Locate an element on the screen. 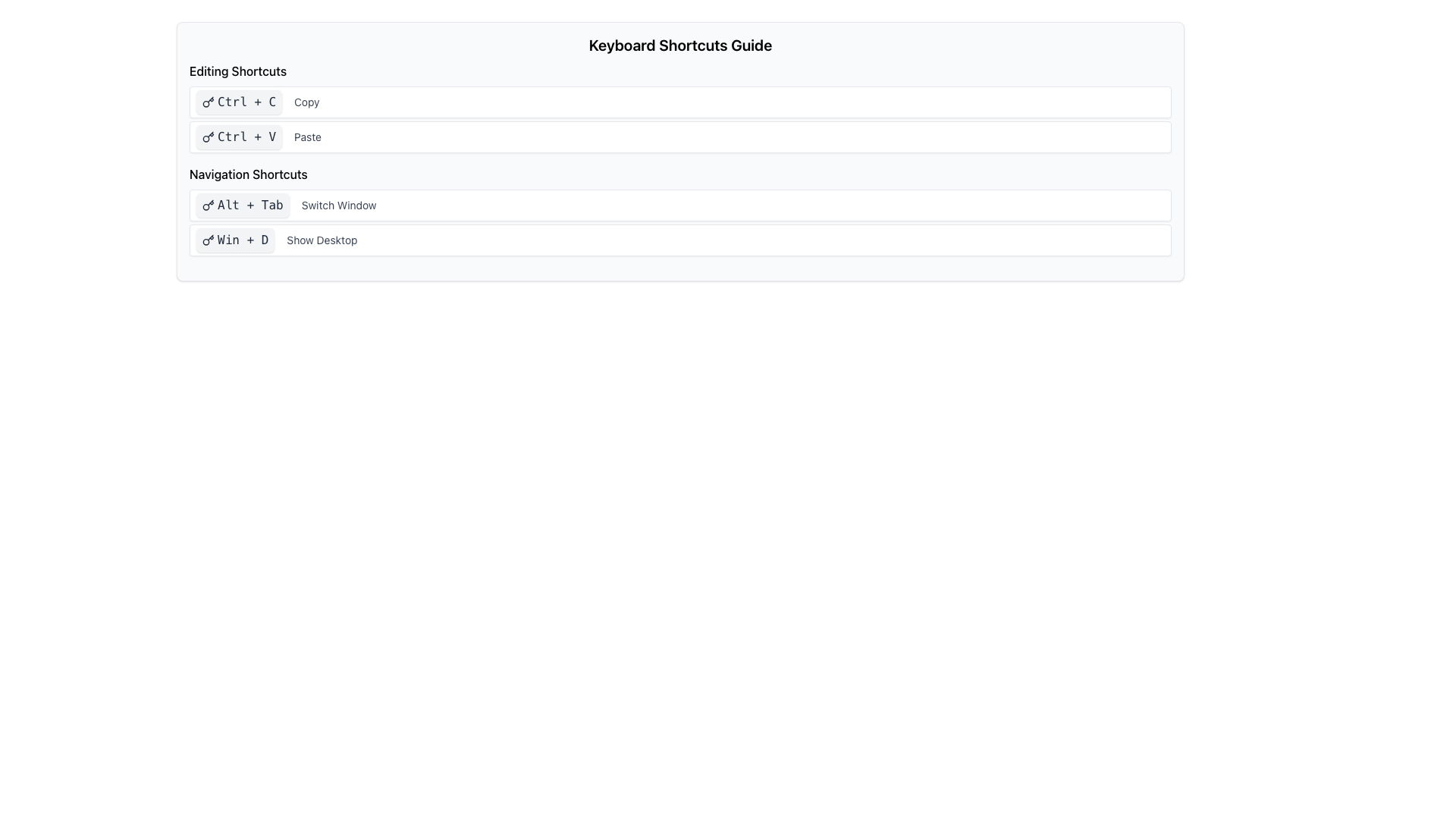 The image size is (1456, 819). the text label displaying 'Switch Window', which is located immediately to the right of the 'Alt + Tab' label in the 'Navigation Shortcuts' section is located at coordinates (338, 205).